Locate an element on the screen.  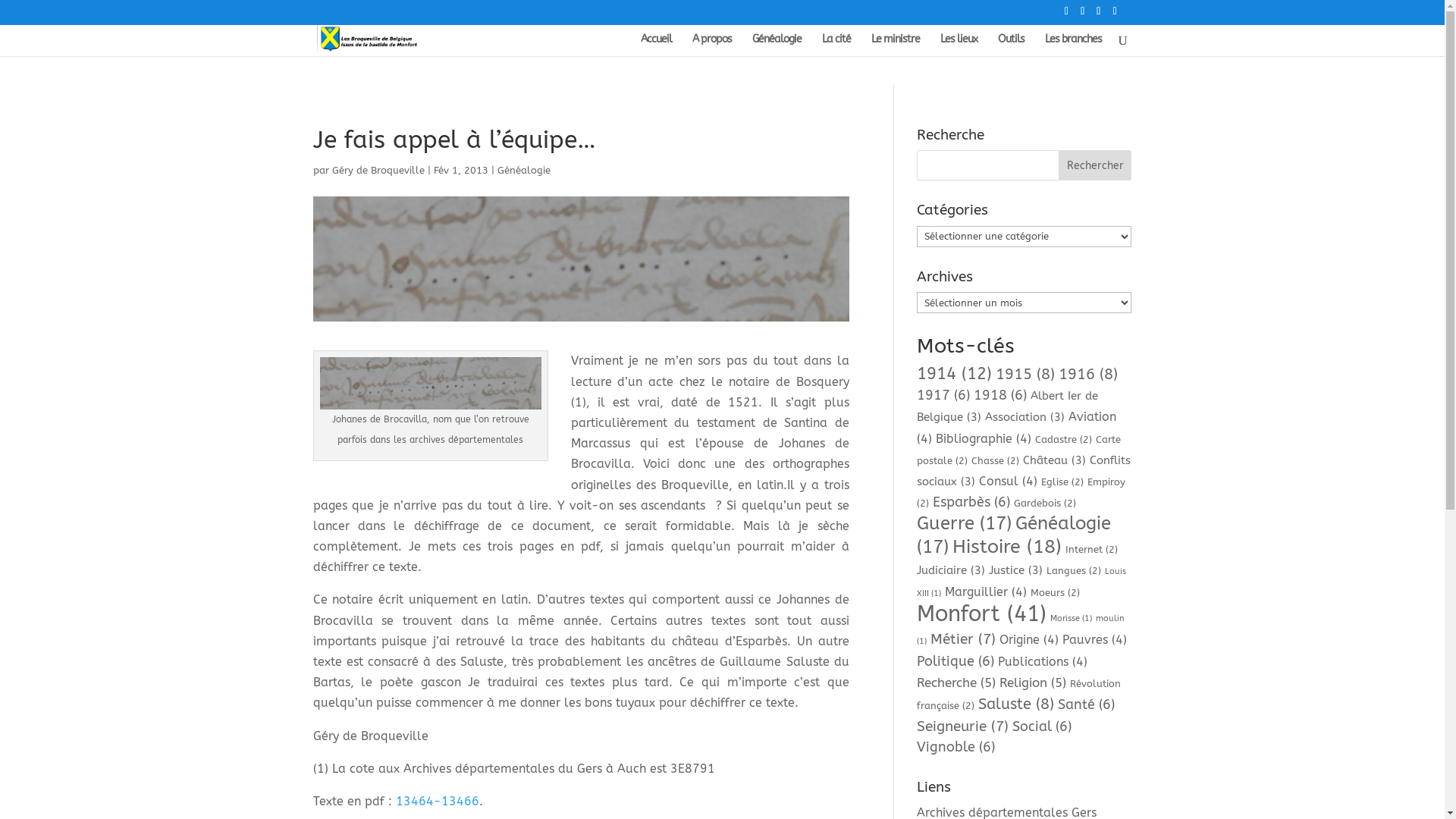
'moulin (1)' is located at coordinates (1020, 629).